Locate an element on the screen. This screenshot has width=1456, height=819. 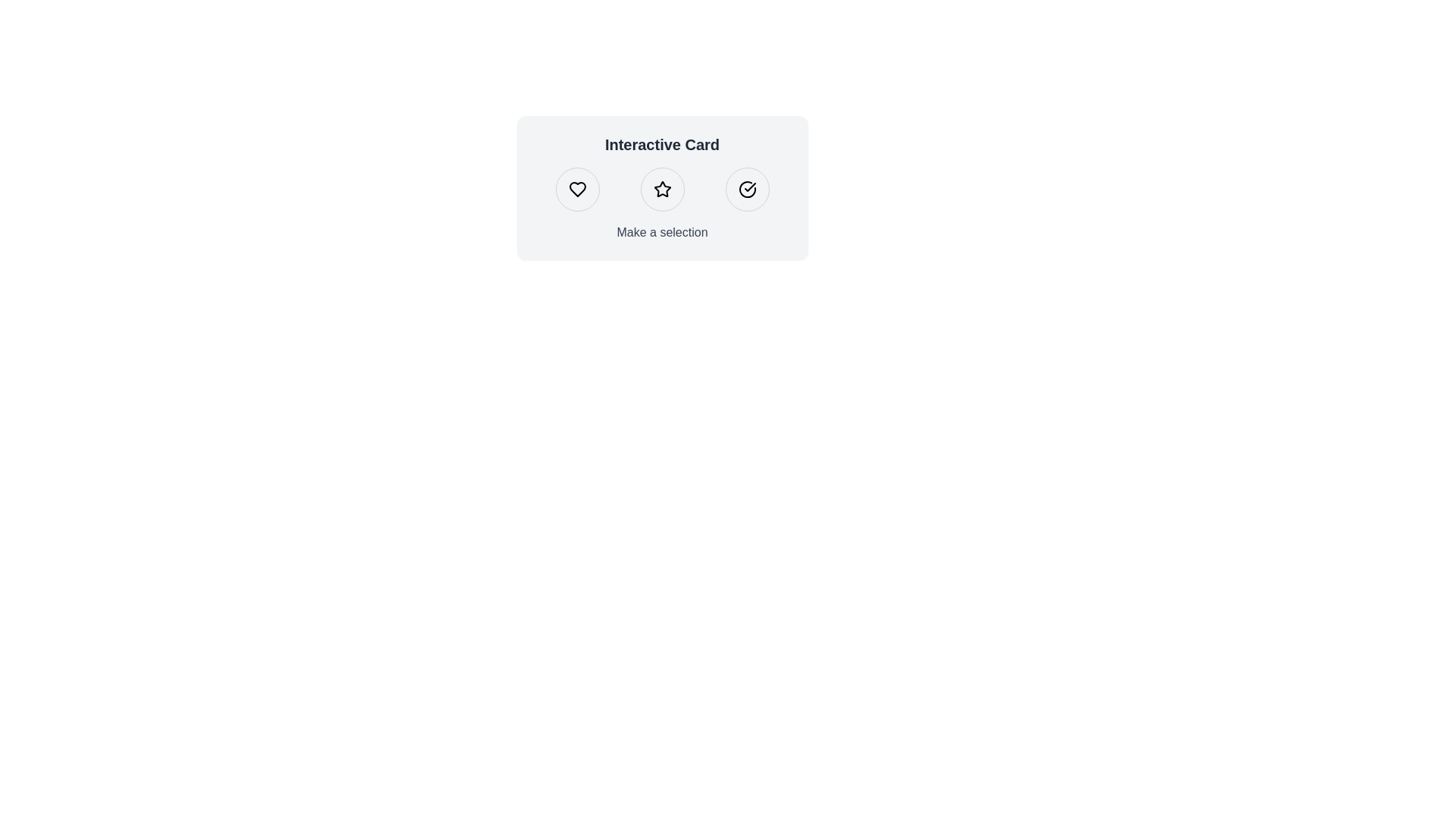
the heart-shaped icon, which is the leftmost button in a row of three circular icons within the 'Interactive Card' component is located at coordinates (576, 189).